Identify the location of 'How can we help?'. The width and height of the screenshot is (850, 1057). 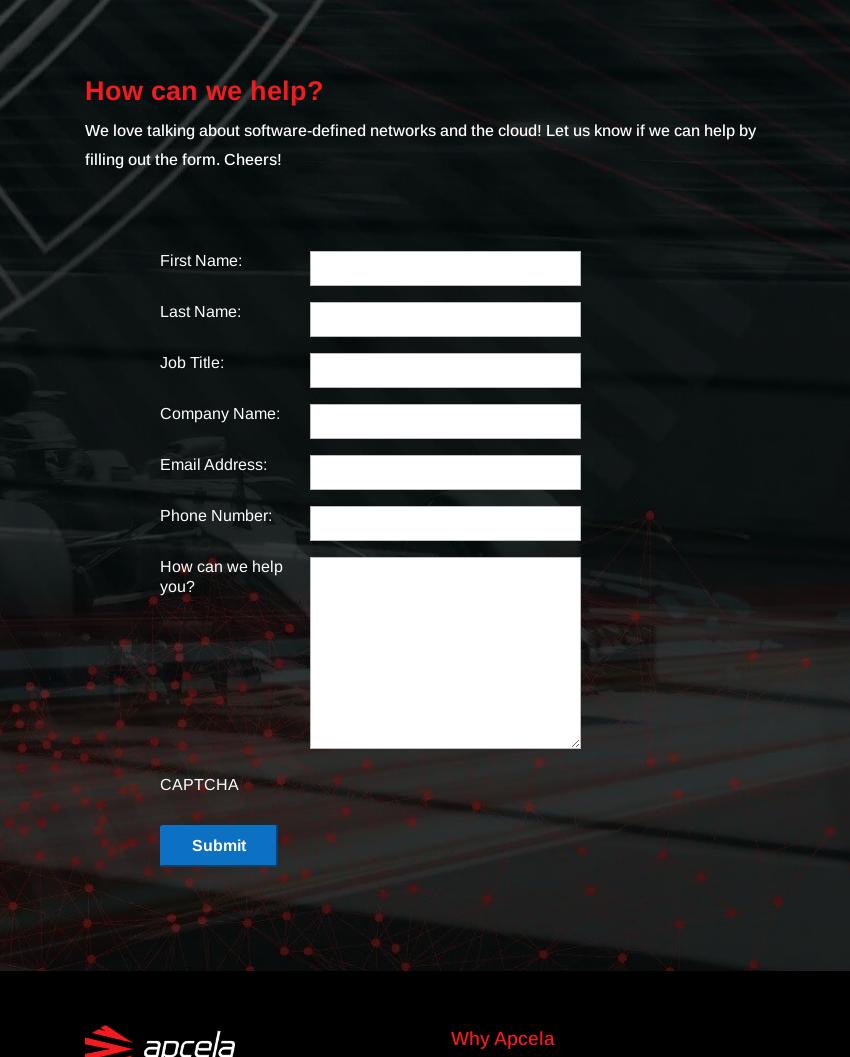
(203, 90).